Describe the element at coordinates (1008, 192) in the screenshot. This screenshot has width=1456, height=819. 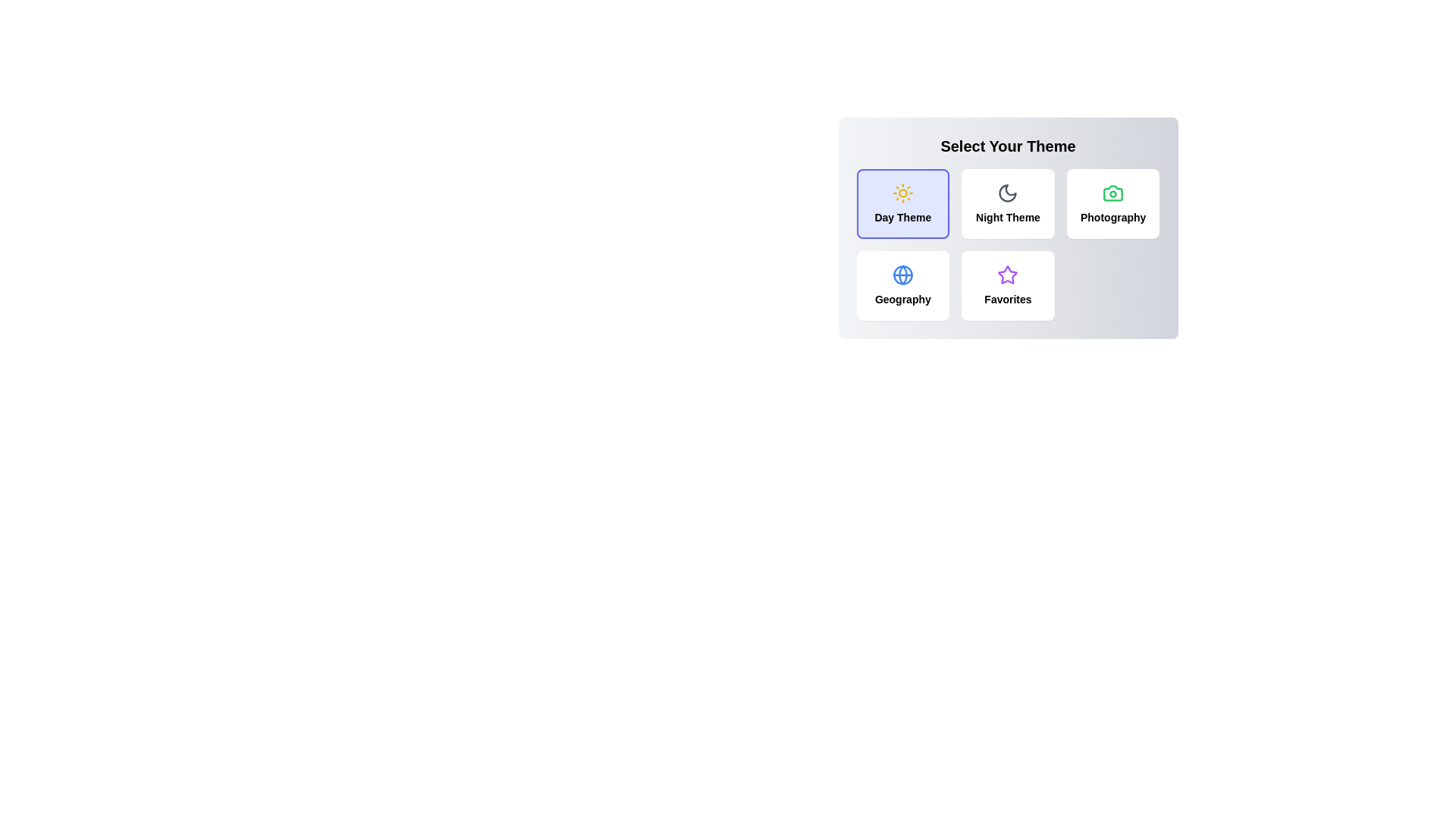
I see `the crescent moon icon within the 'Night Theme' button` at that location.